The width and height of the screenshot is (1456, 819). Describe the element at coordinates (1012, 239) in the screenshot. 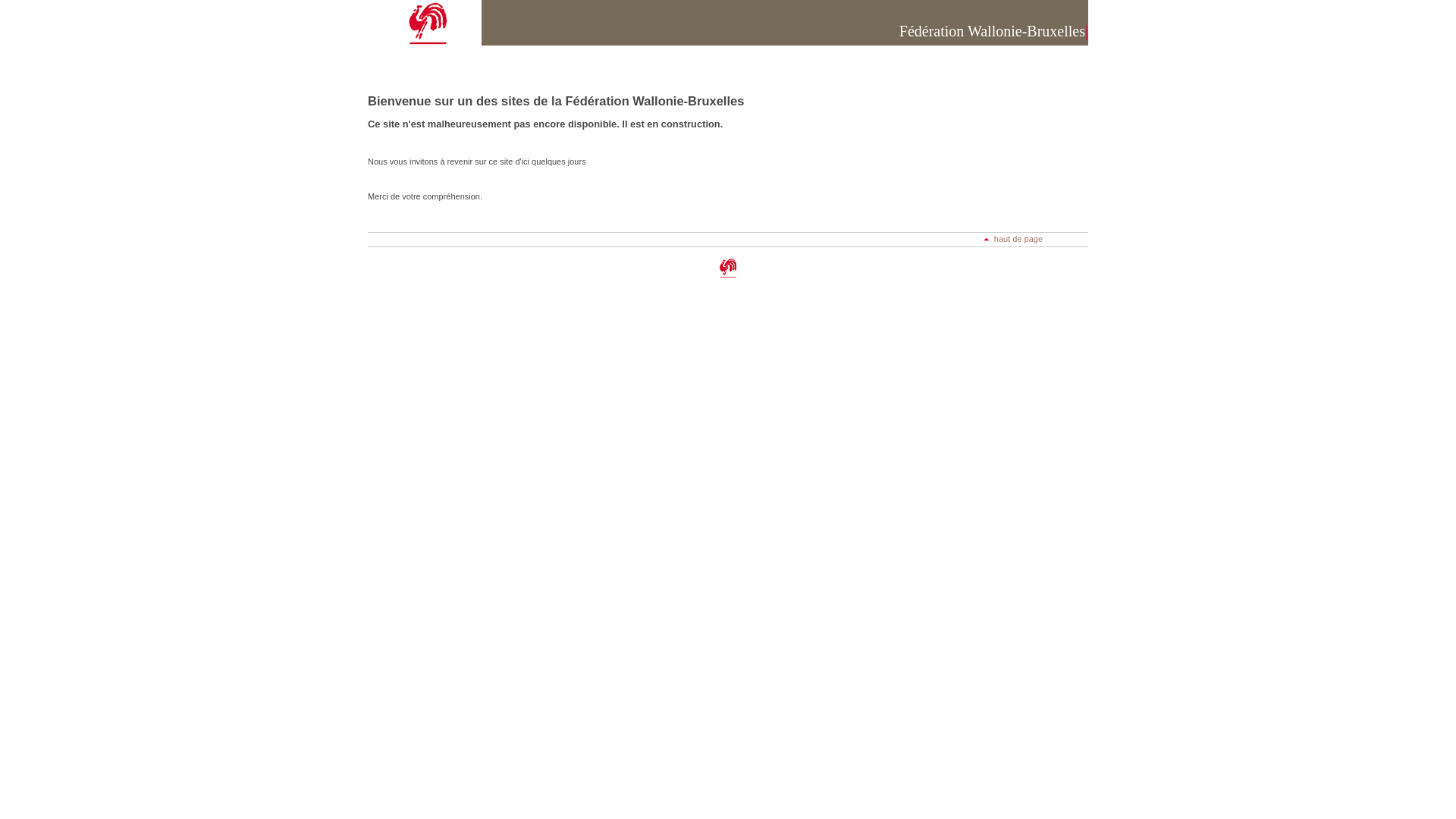

I see `'haut de page'` at that location.